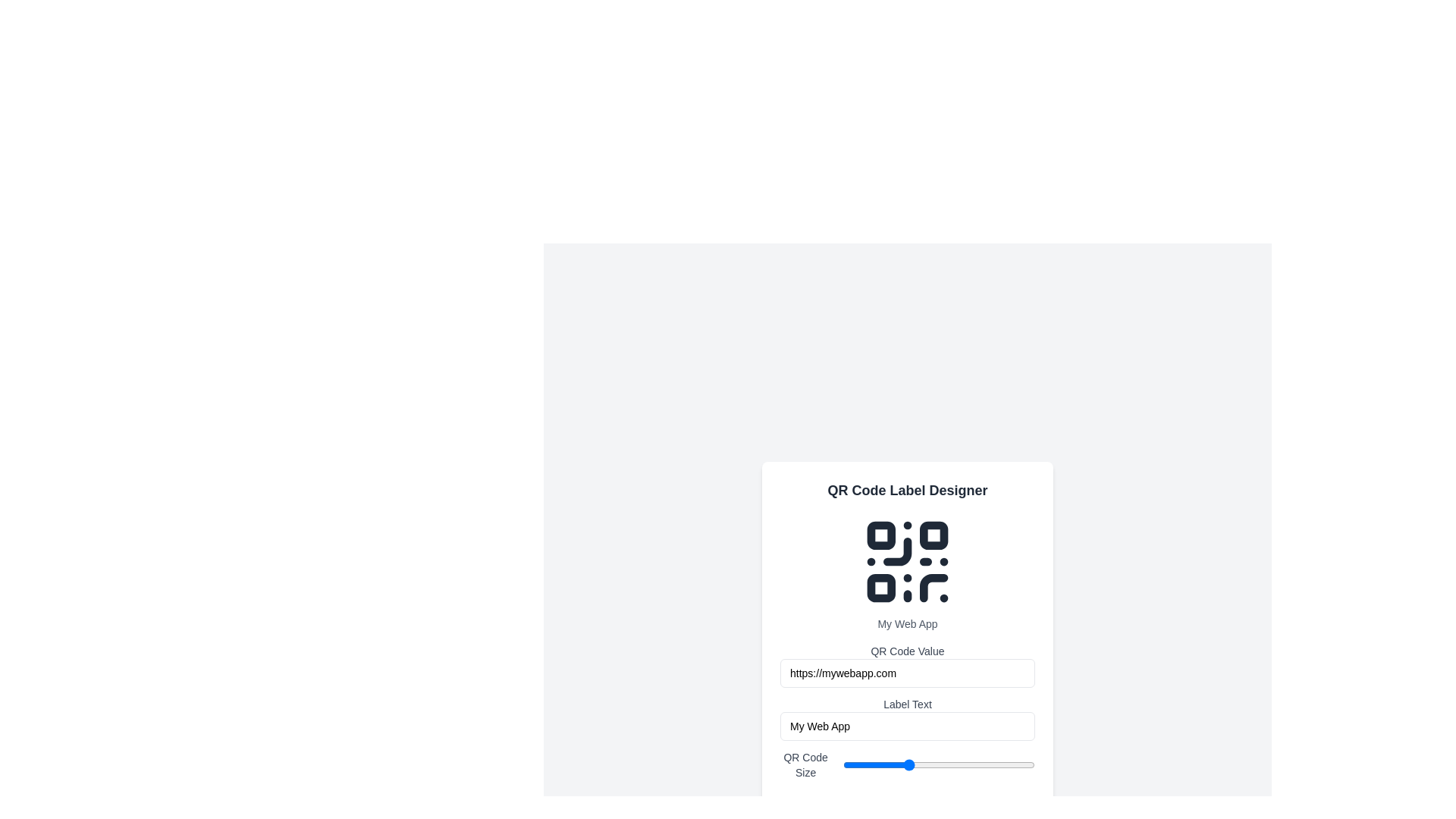 The image size is (1456, 819). What do you see at coordinates (881, 587) in the screenshot?
I see `the third square in the QR-code representation, which is a rectangular component within the SVG graphic, located on the left side and towards the bottom` at bounding box center [881, 587].